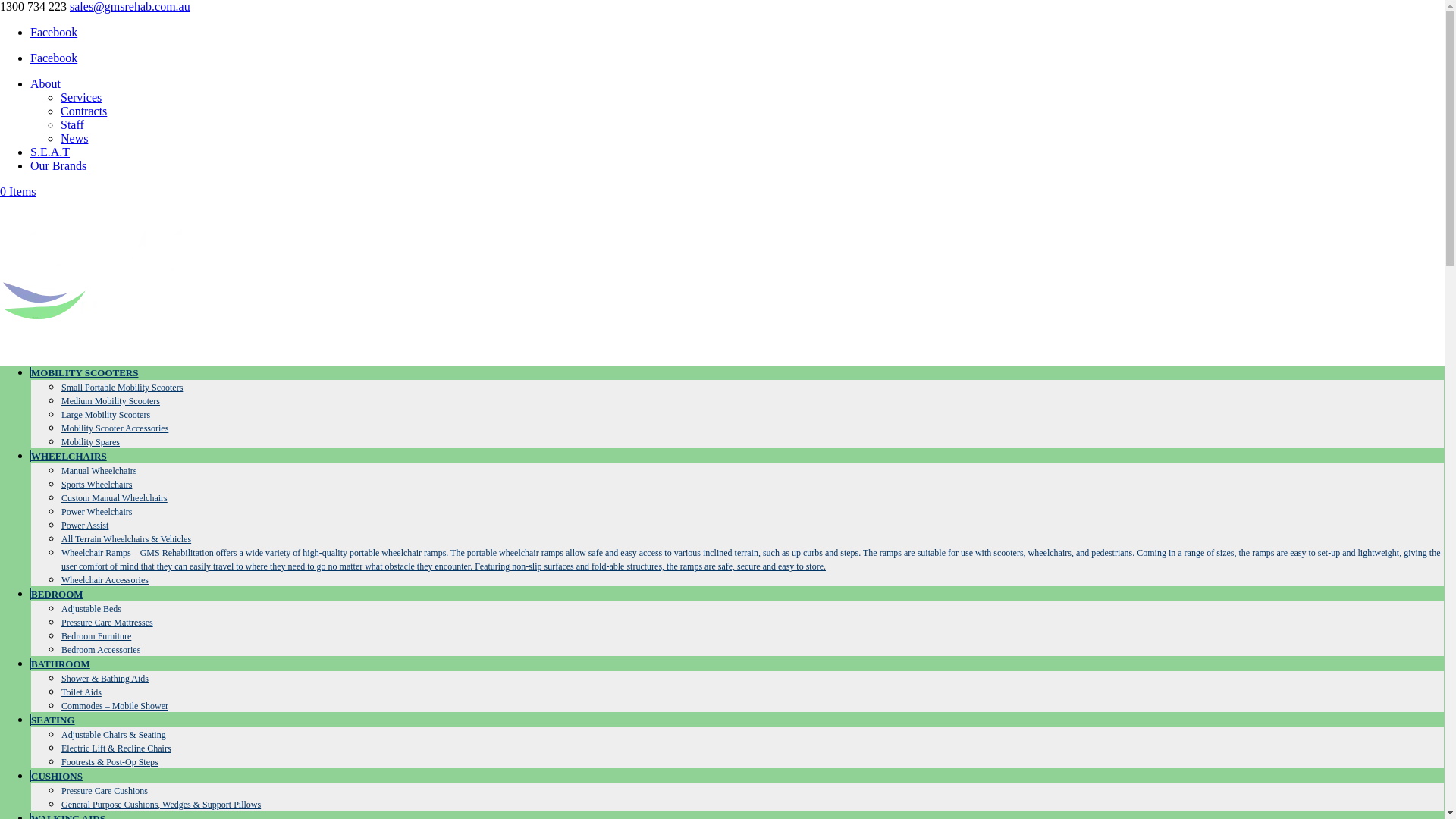 The height and width of the screenshot is (819, 1456). I want to click on 'BATHROOM', so click(60, 663).